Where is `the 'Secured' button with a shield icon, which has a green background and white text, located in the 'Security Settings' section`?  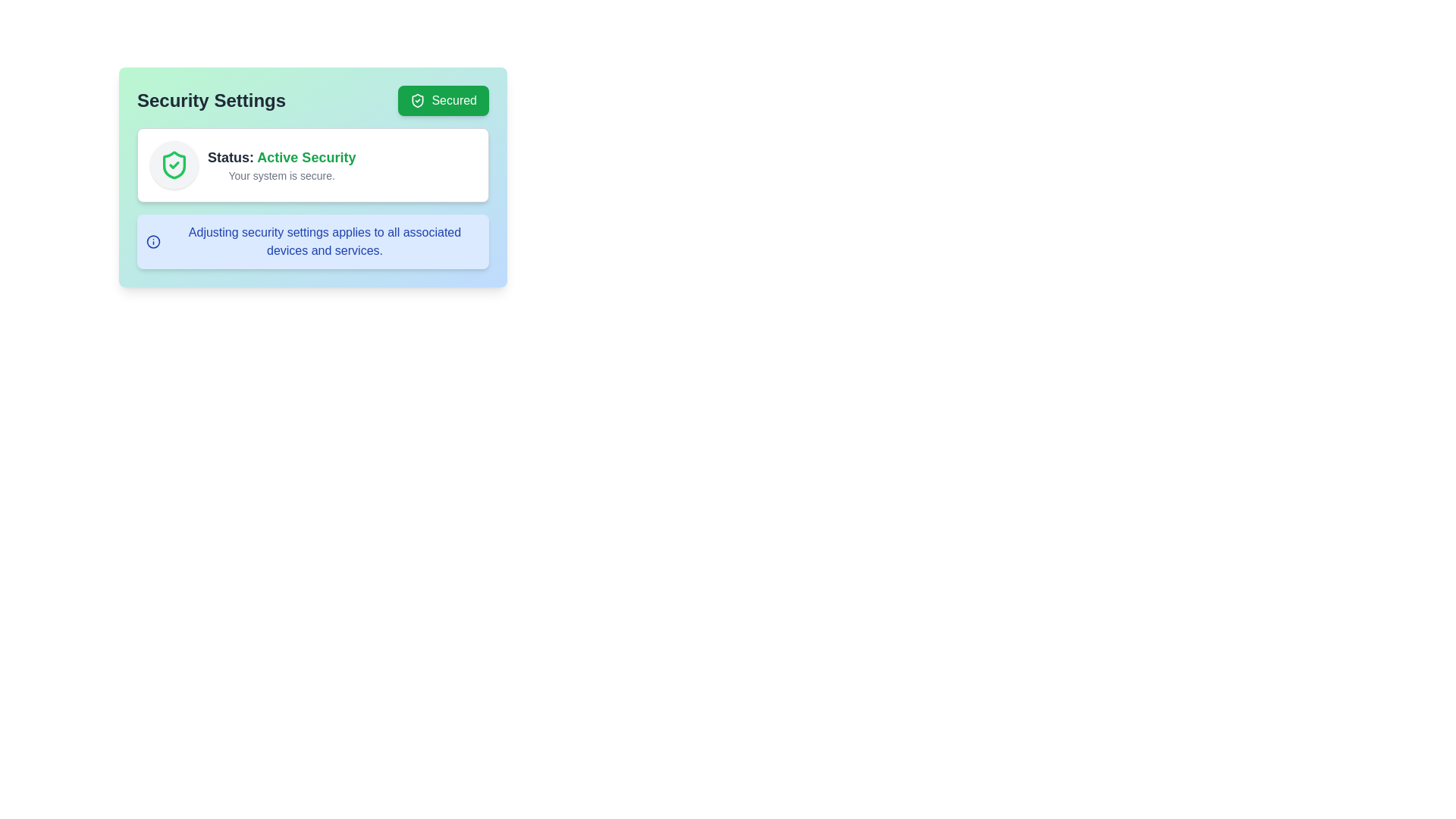
the 'Secured' button with a shield icon, which has a green background and white text, located in the 'Security Settings' section is located at coordinates (443, 100).